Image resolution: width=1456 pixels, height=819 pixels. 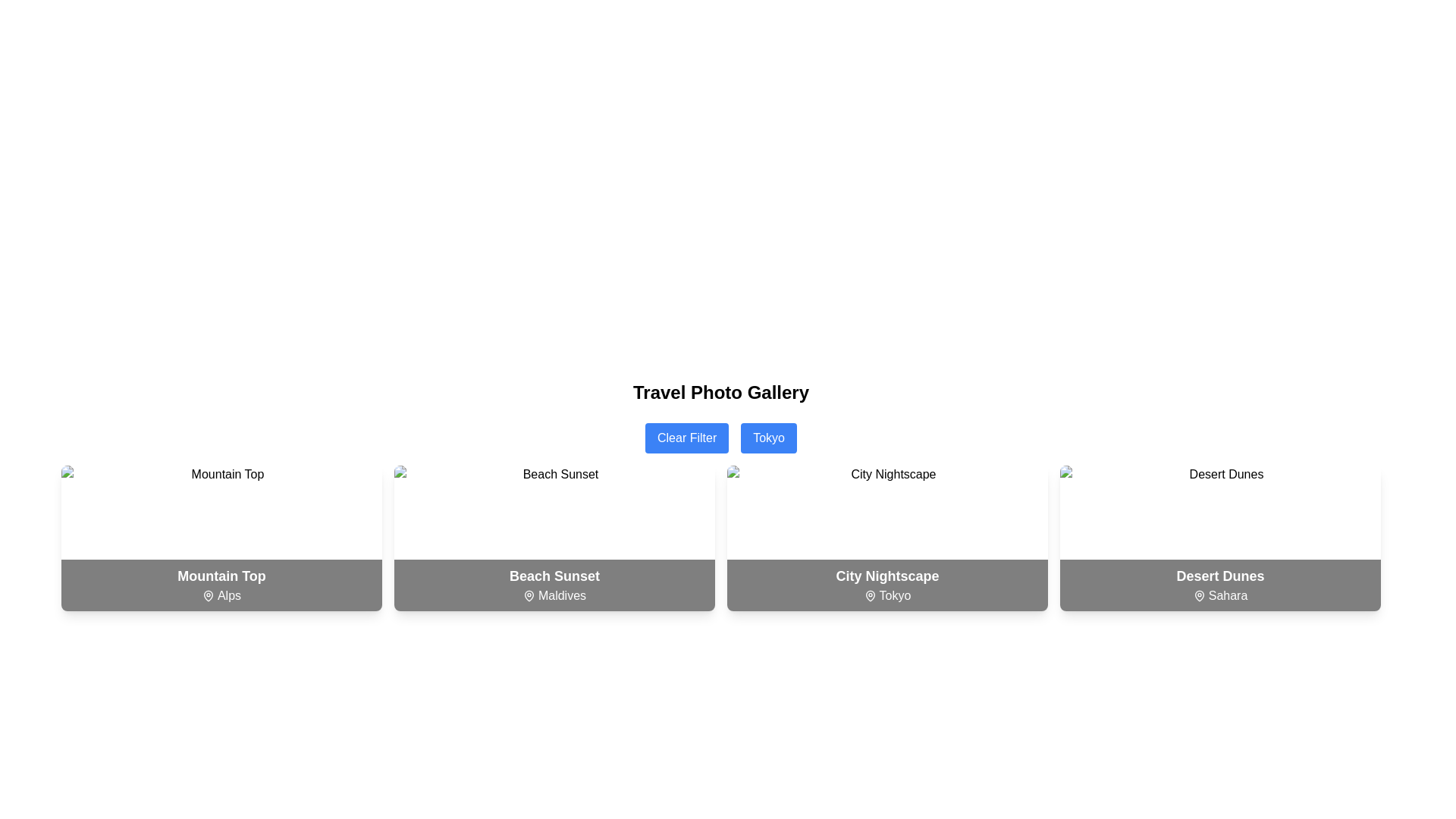 I want to click on the button designed to clear filters in the photo gallery, so click(x=686, y=438).